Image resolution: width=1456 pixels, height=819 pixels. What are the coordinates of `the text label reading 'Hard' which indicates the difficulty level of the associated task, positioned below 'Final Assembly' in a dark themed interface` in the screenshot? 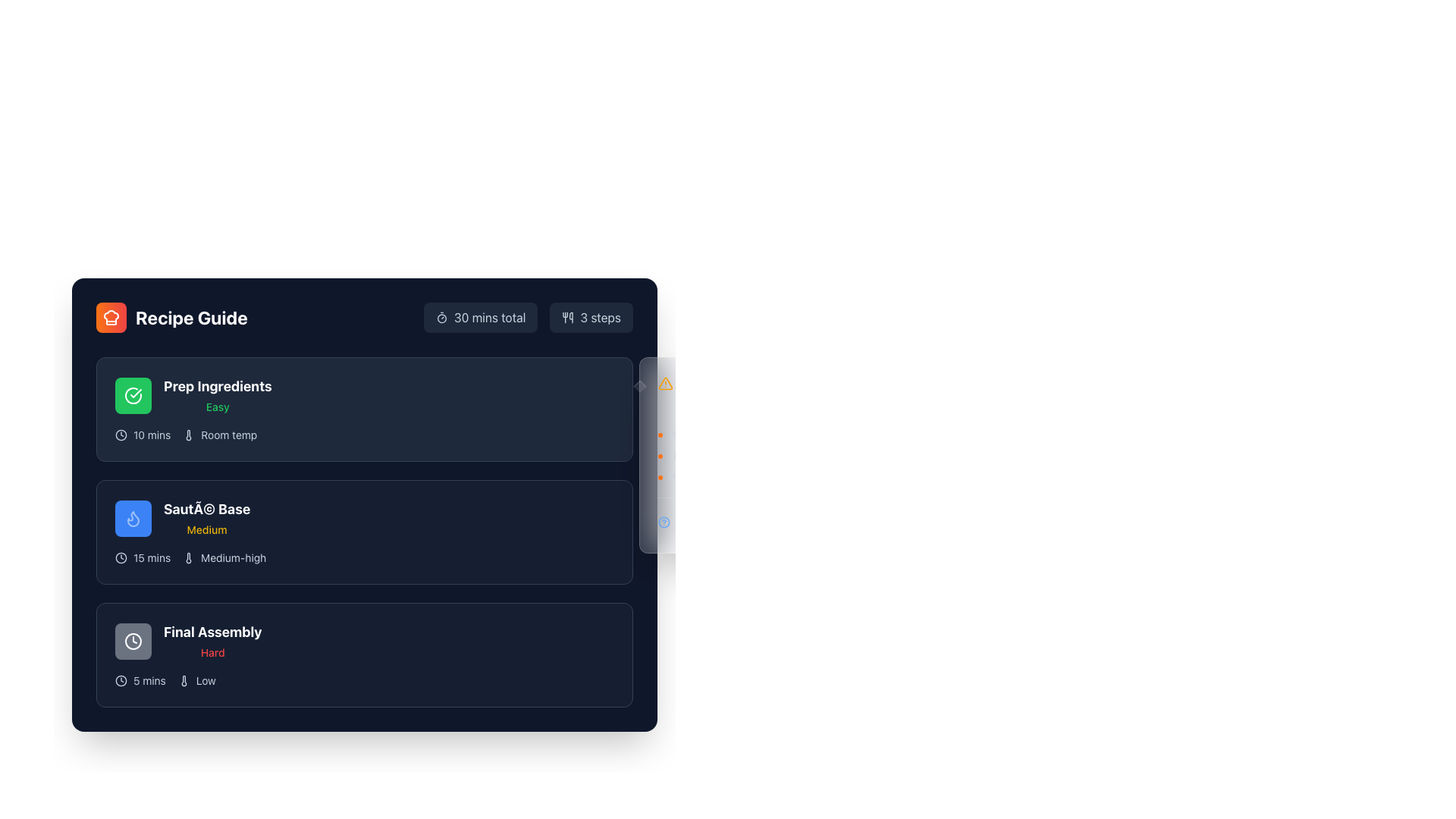 It's located at (212, 651).